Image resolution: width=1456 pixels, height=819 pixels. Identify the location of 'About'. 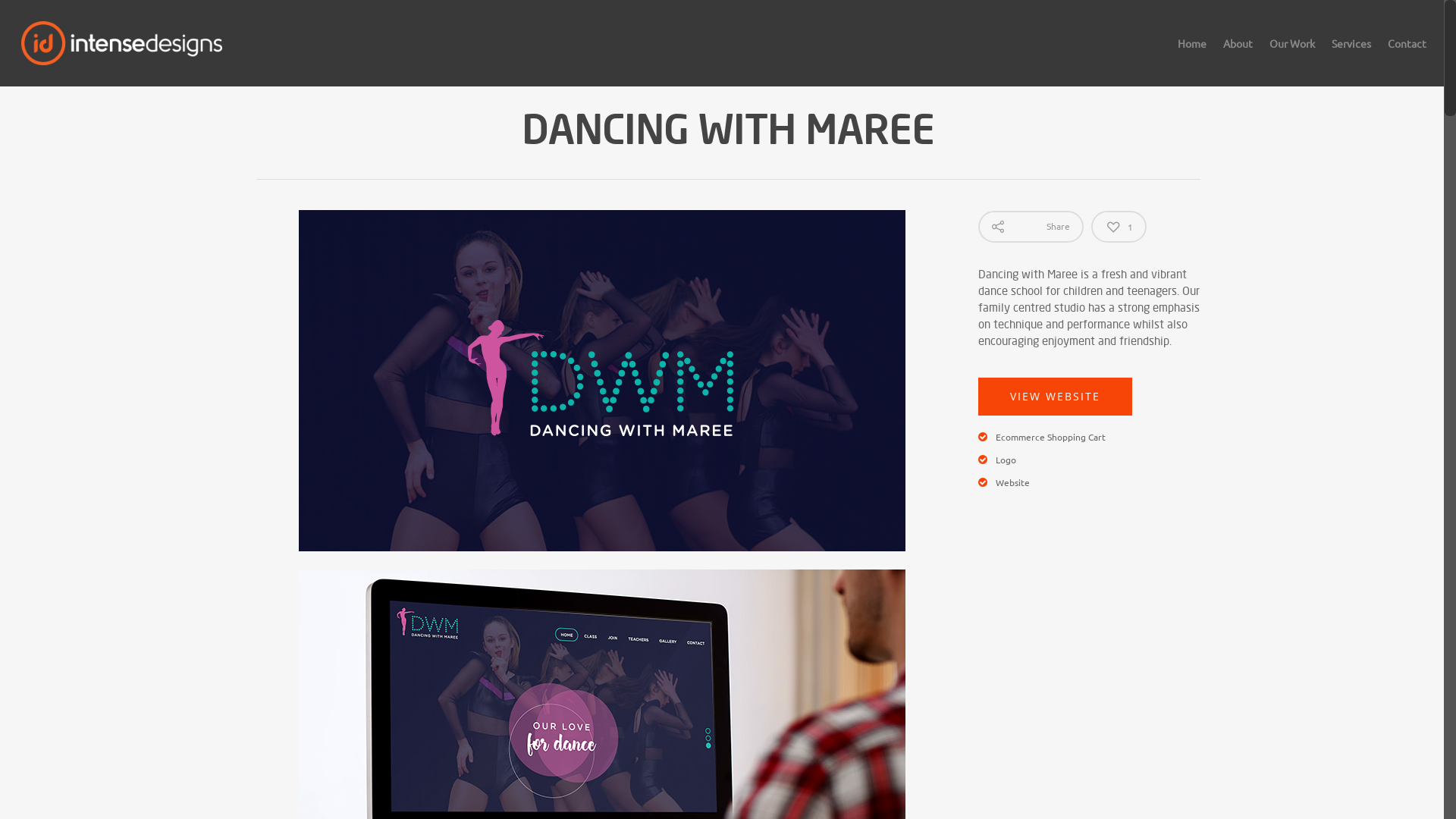
(1238, 52).